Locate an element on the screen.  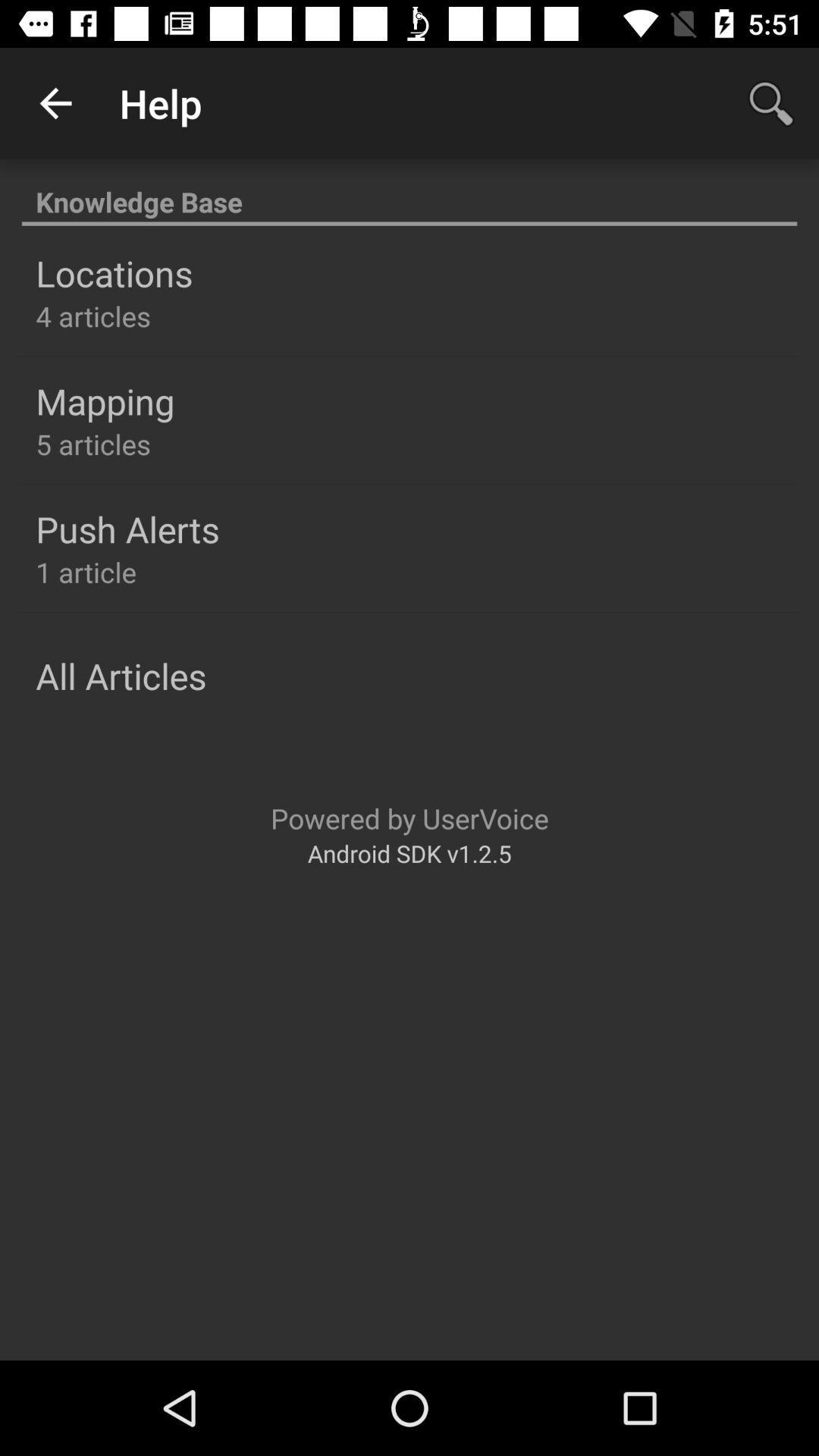
the icon below all articles icon is located at coordinates (409, 817).